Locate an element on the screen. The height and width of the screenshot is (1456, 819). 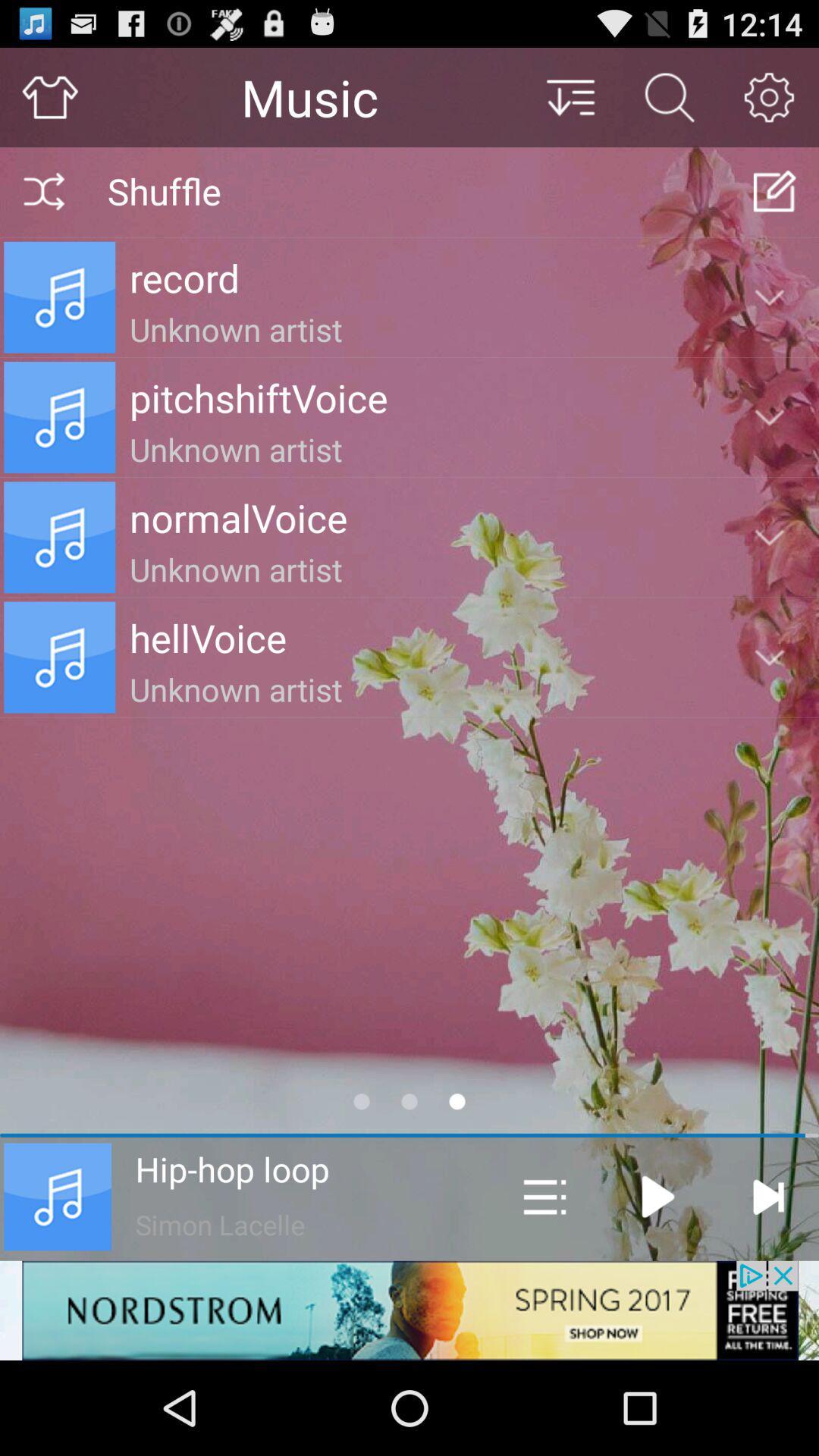
the skip_next icon is located at coordinates (767, 1280).